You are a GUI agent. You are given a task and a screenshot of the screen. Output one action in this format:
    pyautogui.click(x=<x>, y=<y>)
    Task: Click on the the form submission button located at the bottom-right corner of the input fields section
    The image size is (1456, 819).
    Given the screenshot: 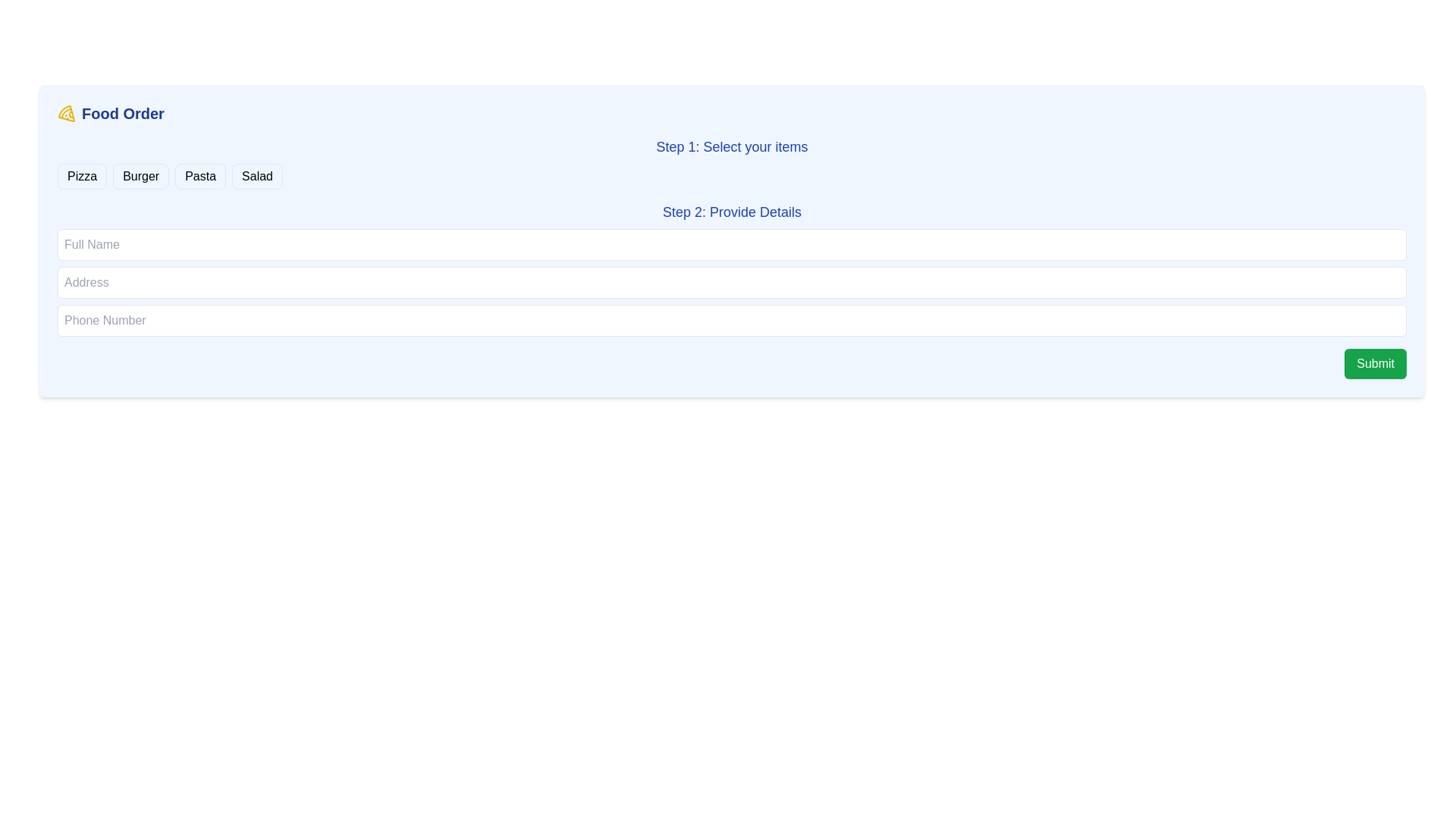 What is the action you would take?
    pyautogui.click(x=1376, y=363)
    